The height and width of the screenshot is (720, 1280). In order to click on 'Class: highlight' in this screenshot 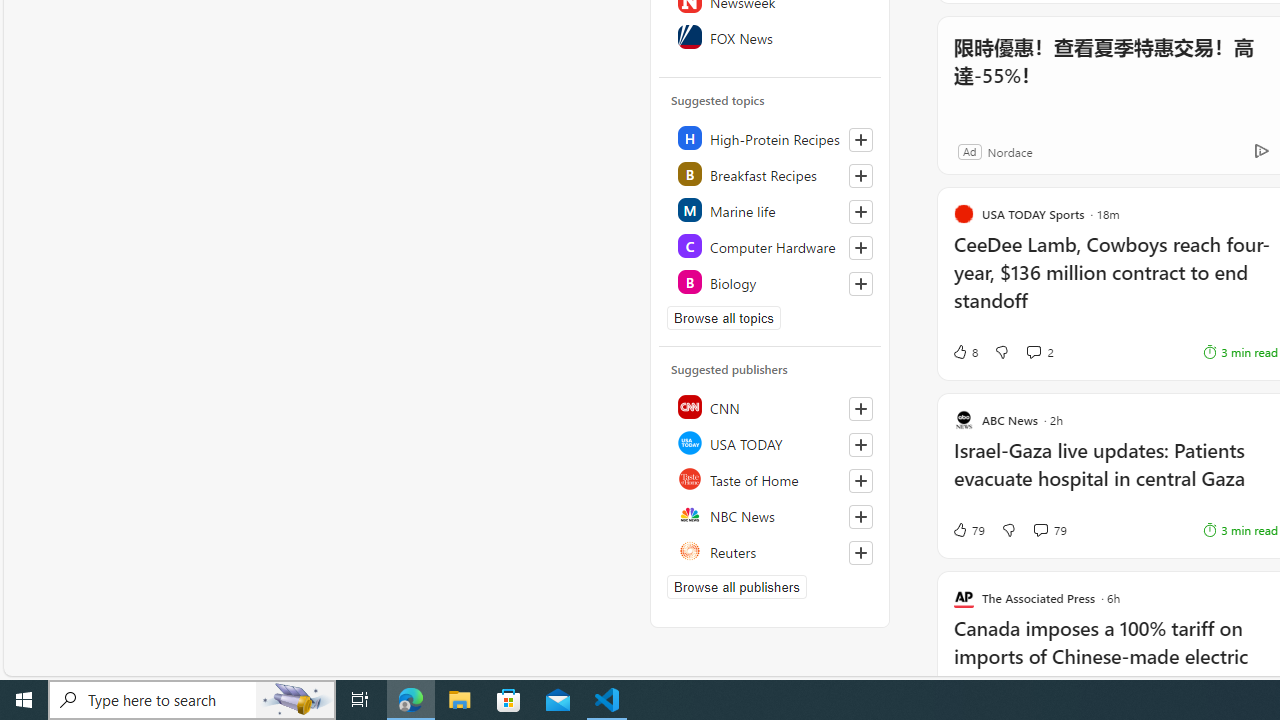, I will do `click(770, 281)`.